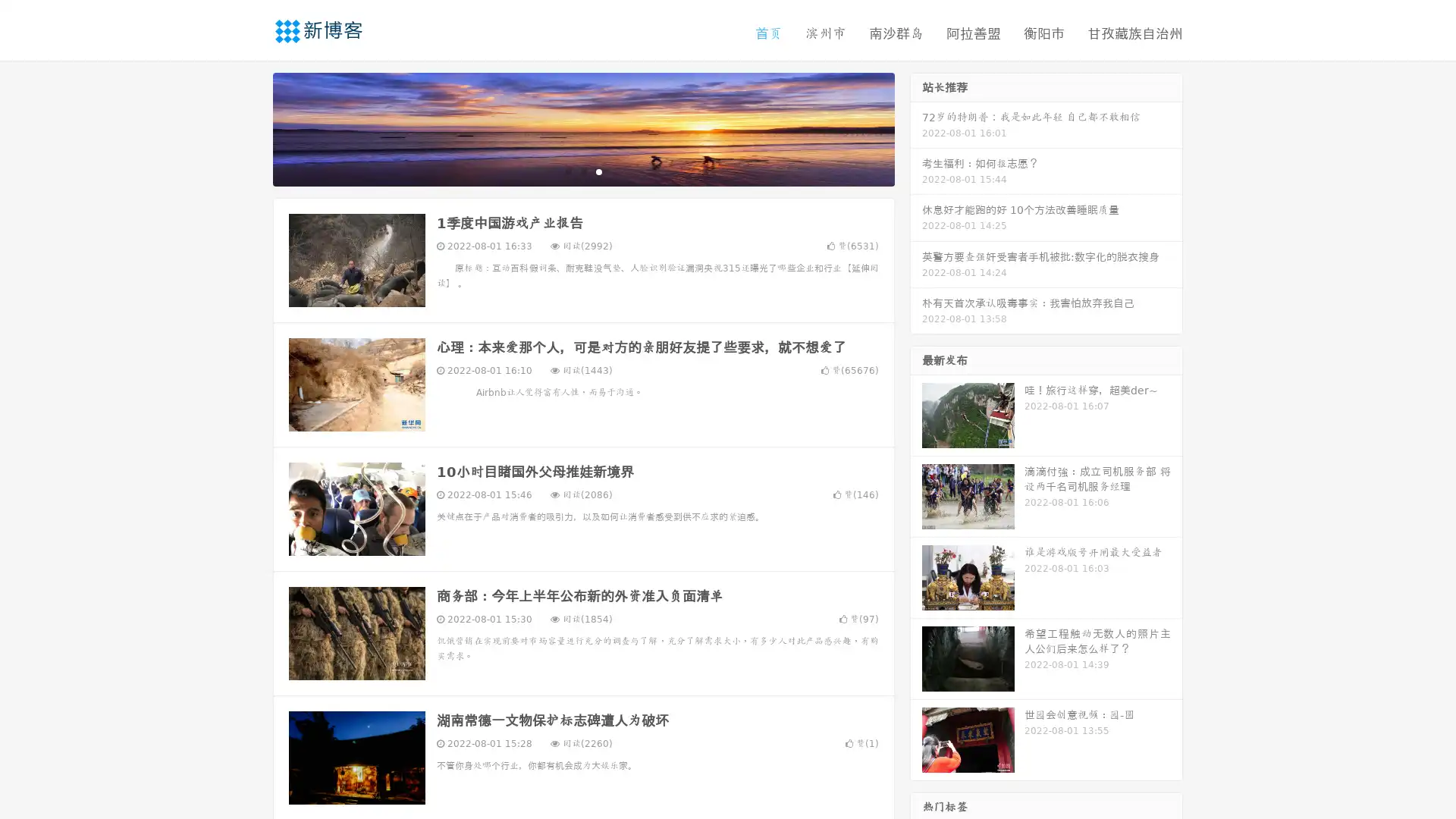  What do you see at coordinates (250, 127) in the screenshot?
I see `Previous slide` at bounding box center [250, 127].